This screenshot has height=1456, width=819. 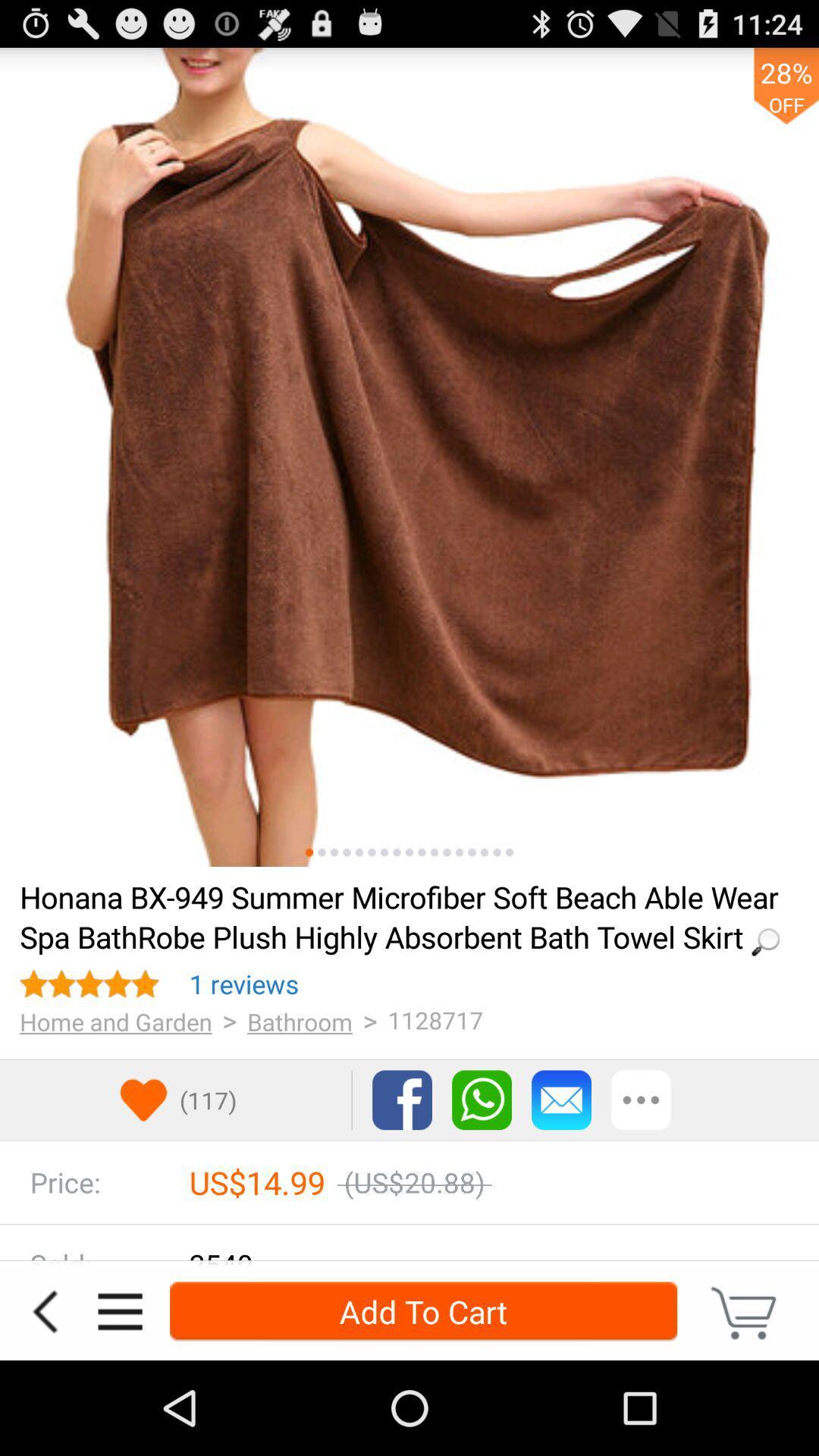 What do you see at coordinates (561, 1100) in the screenshot?
I see `email link` at bounding box center [561, 1100].